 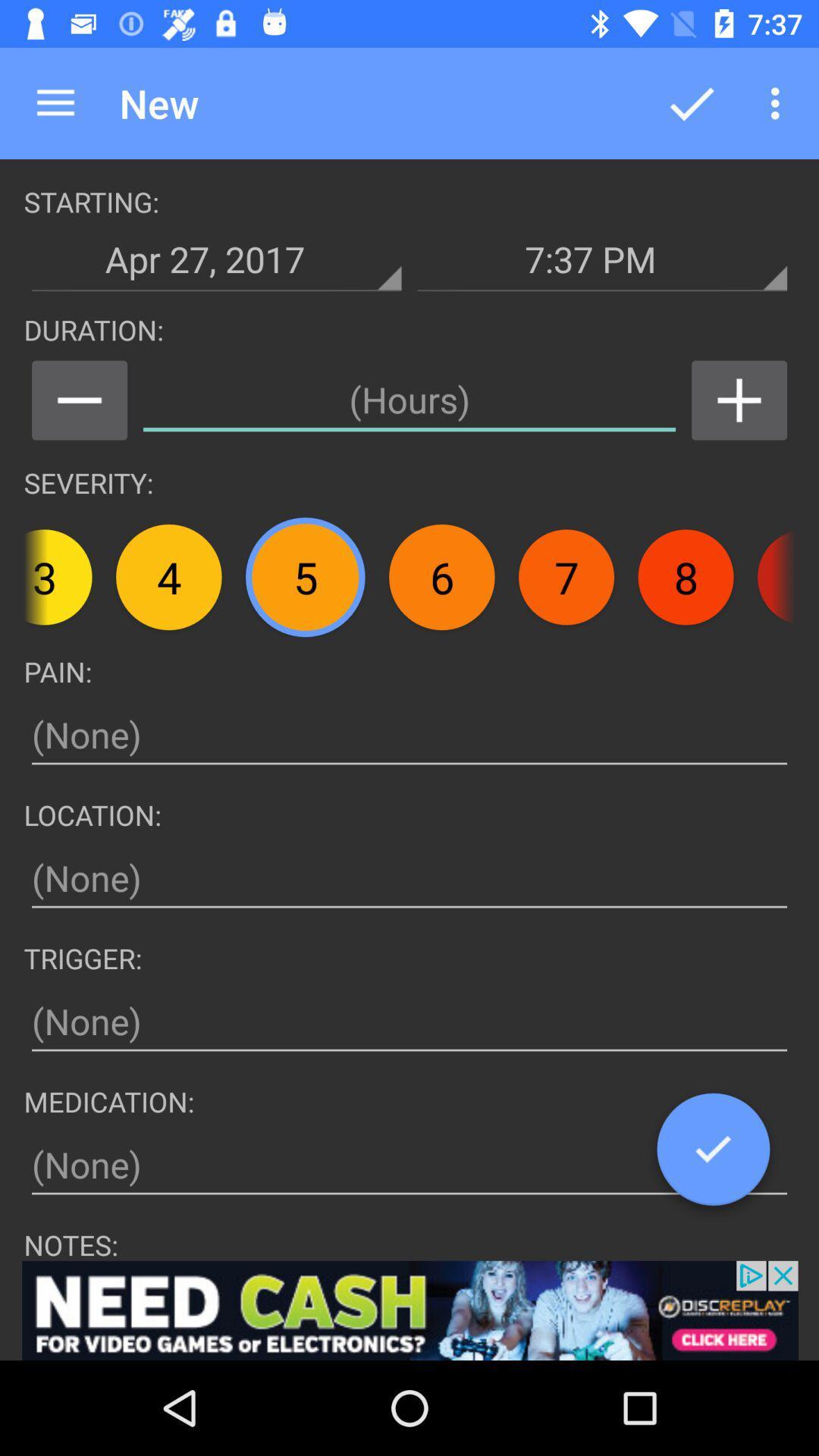 I want to click on pain information, so click(x=409, y=735).